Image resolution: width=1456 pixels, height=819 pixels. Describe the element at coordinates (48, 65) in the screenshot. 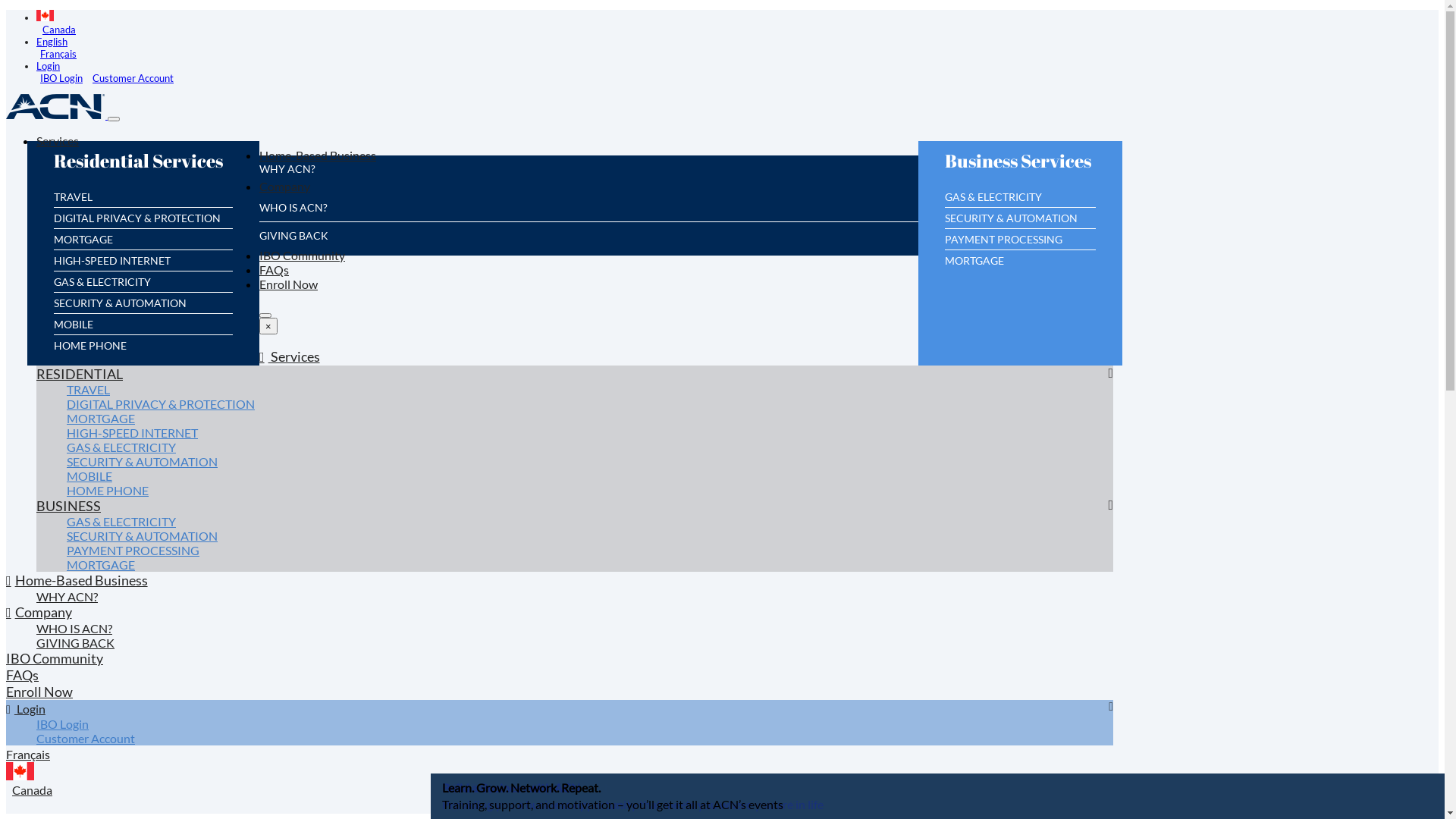

I see `'Login'` at that location.